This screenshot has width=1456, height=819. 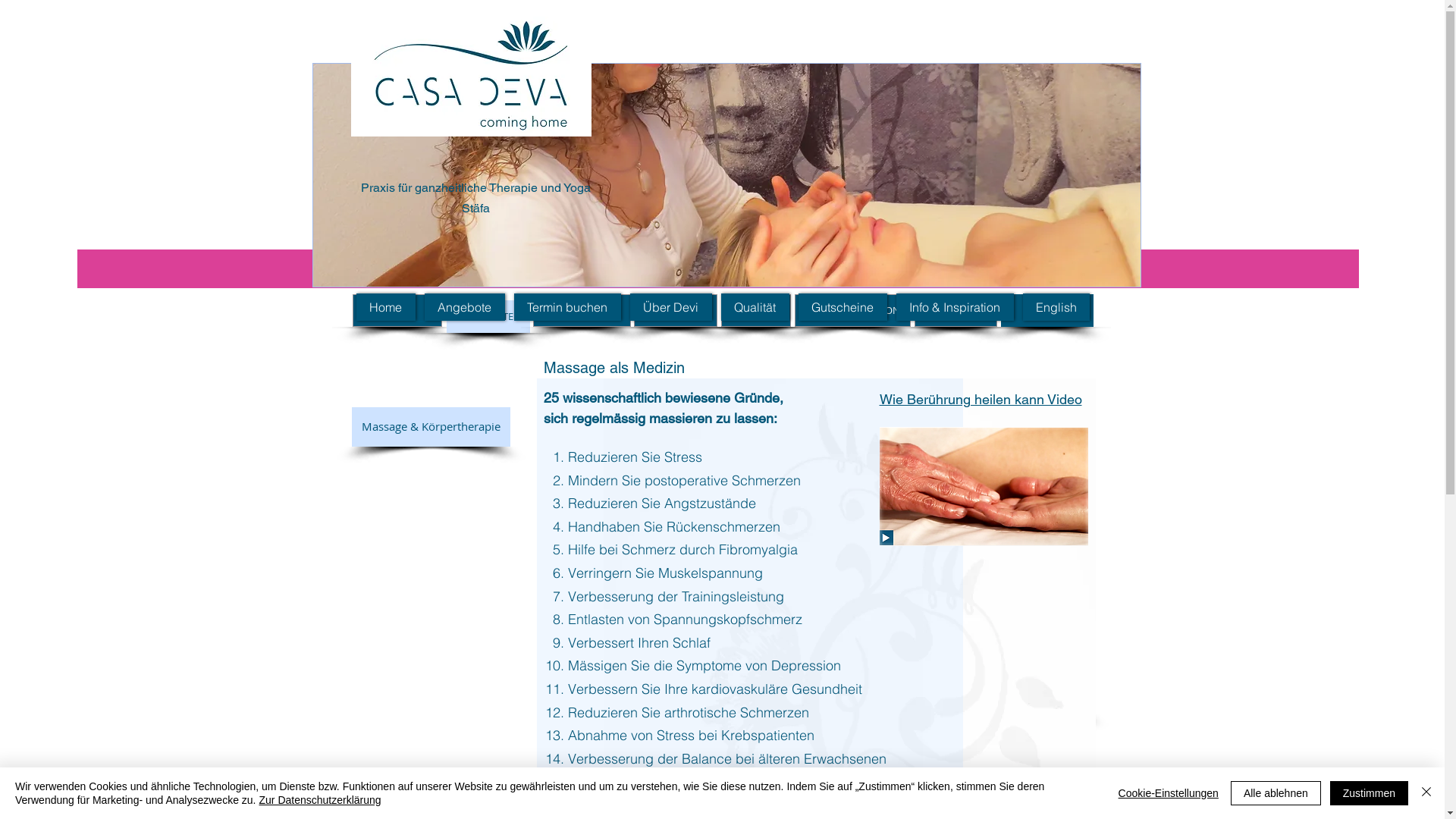 I want to click on 'ANGEBOTE', so click(x=488, y=315).